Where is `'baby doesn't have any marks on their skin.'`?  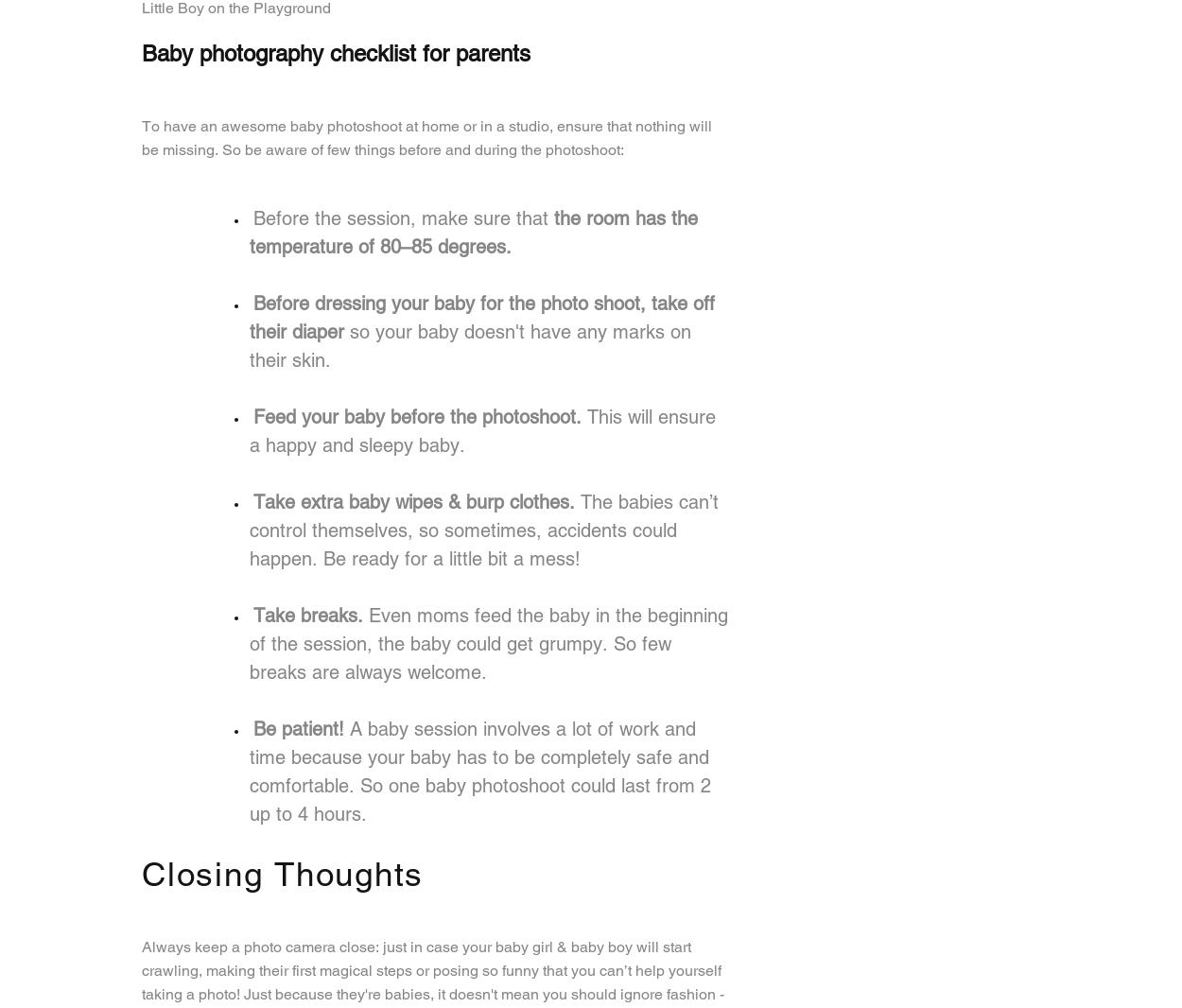 'baby doesn't have any marks on their skin.' is located at coordinates (469, 344).